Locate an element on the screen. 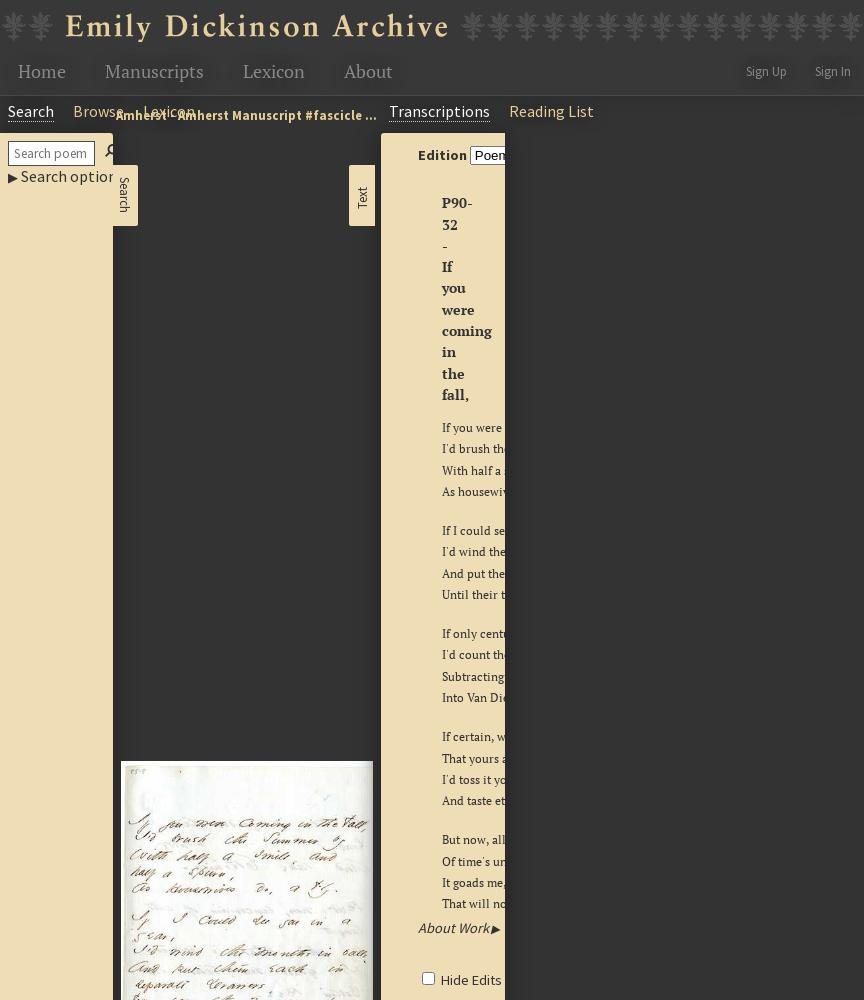  'With half a smile and half a spurn,' is located at coordinates (533, 468).